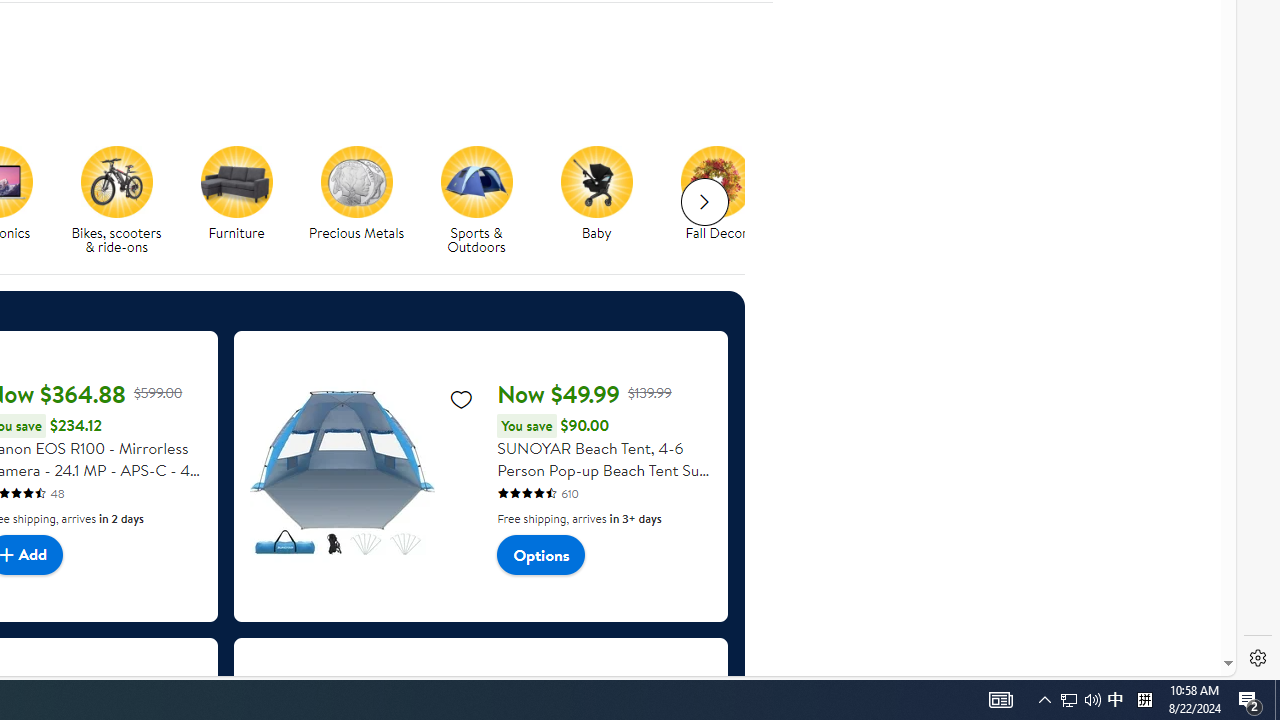 Image resolution: width=1280 pixels, height=720 pixels. What do you see at coordinates (723, 201) in the screenshot?
I see `'Fall Decor'` at bounding box center [723, 201].